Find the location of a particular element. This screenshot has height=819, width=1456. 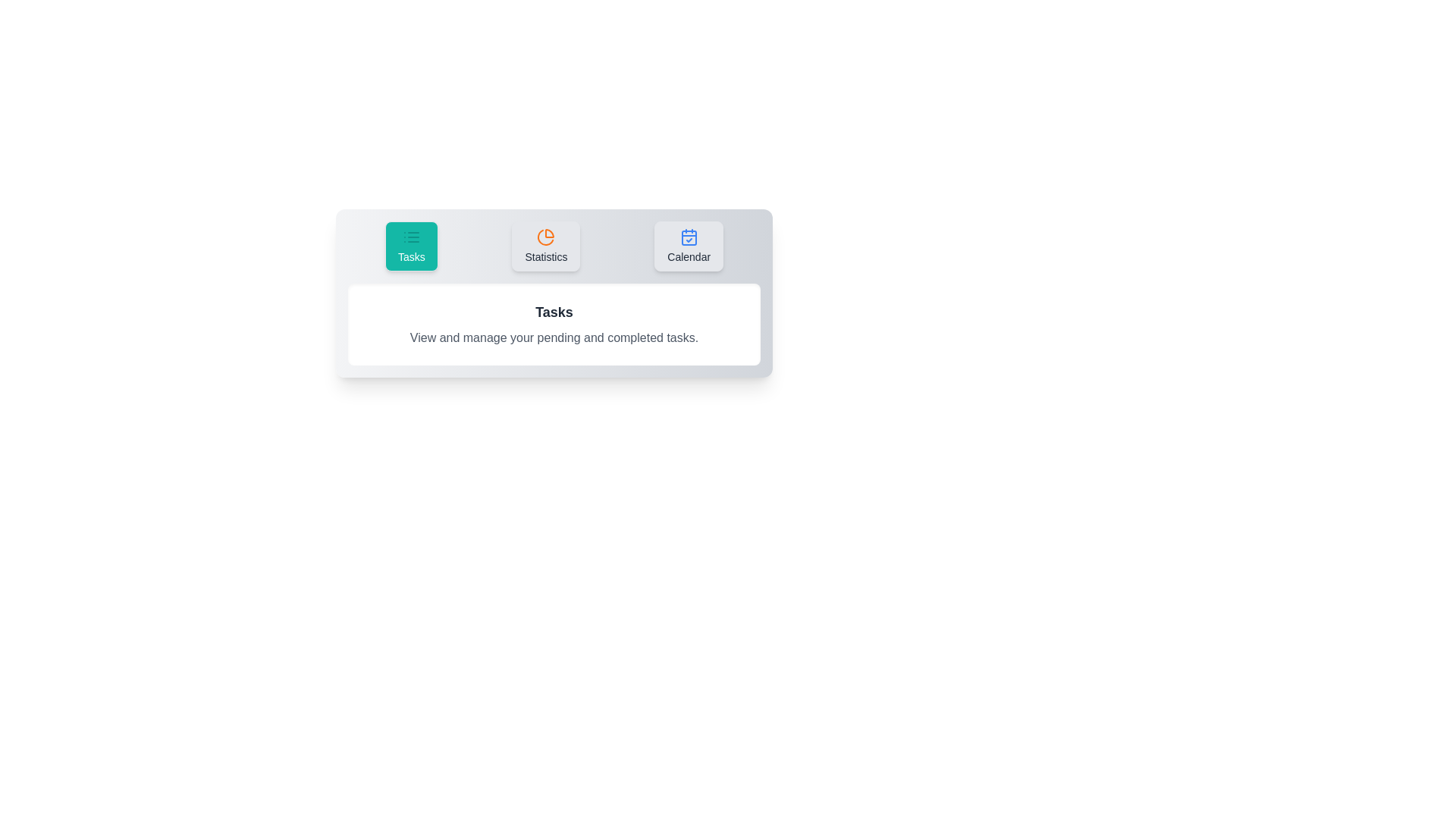

the Calendar tab to view its content is located at coordinates (688, 245).